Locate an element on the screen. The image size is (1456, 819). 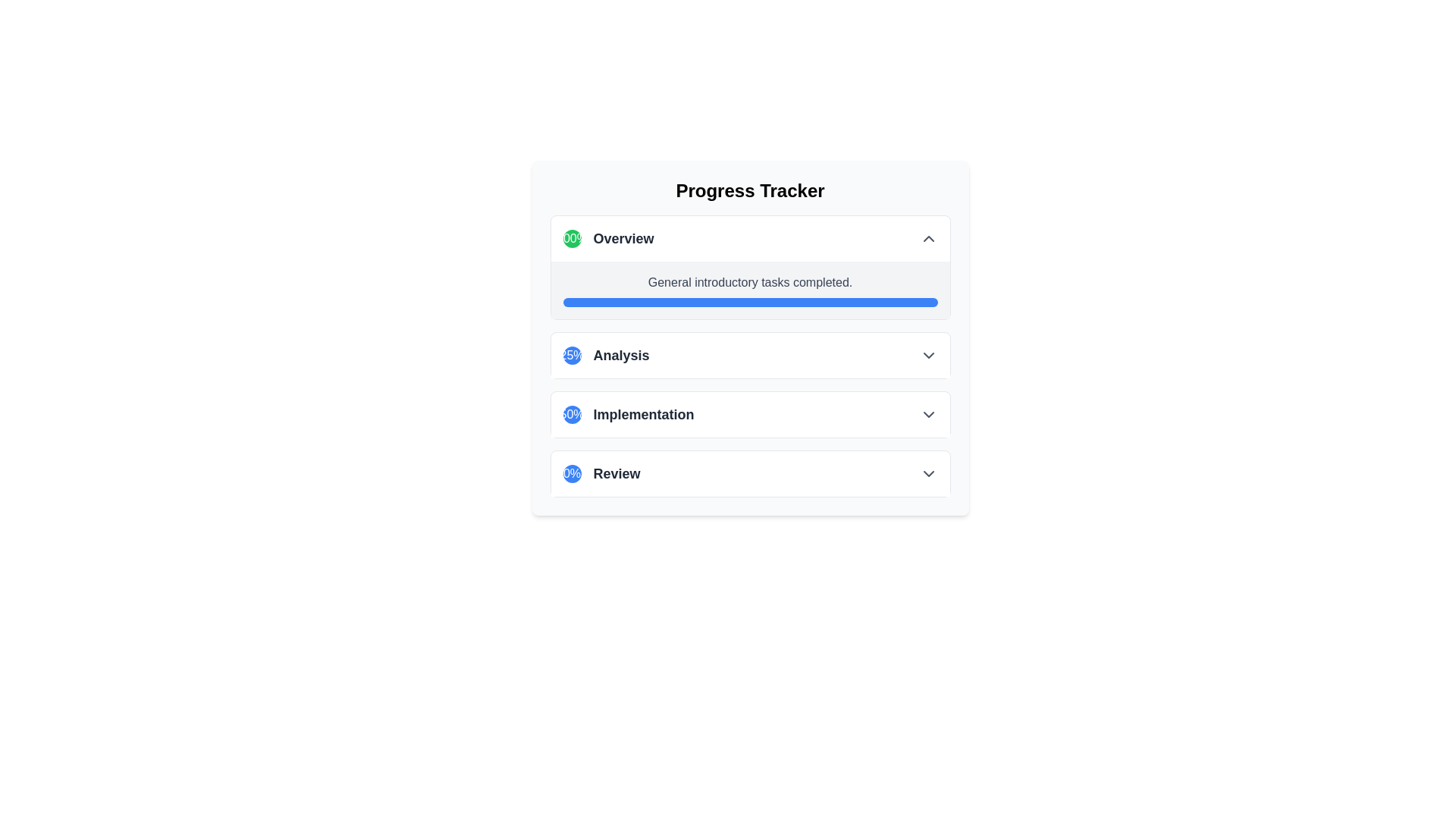
the bold, large 'Progress Tracker' text heading located at the top of the progress tracker UI component is located at coordinates (750, 190).